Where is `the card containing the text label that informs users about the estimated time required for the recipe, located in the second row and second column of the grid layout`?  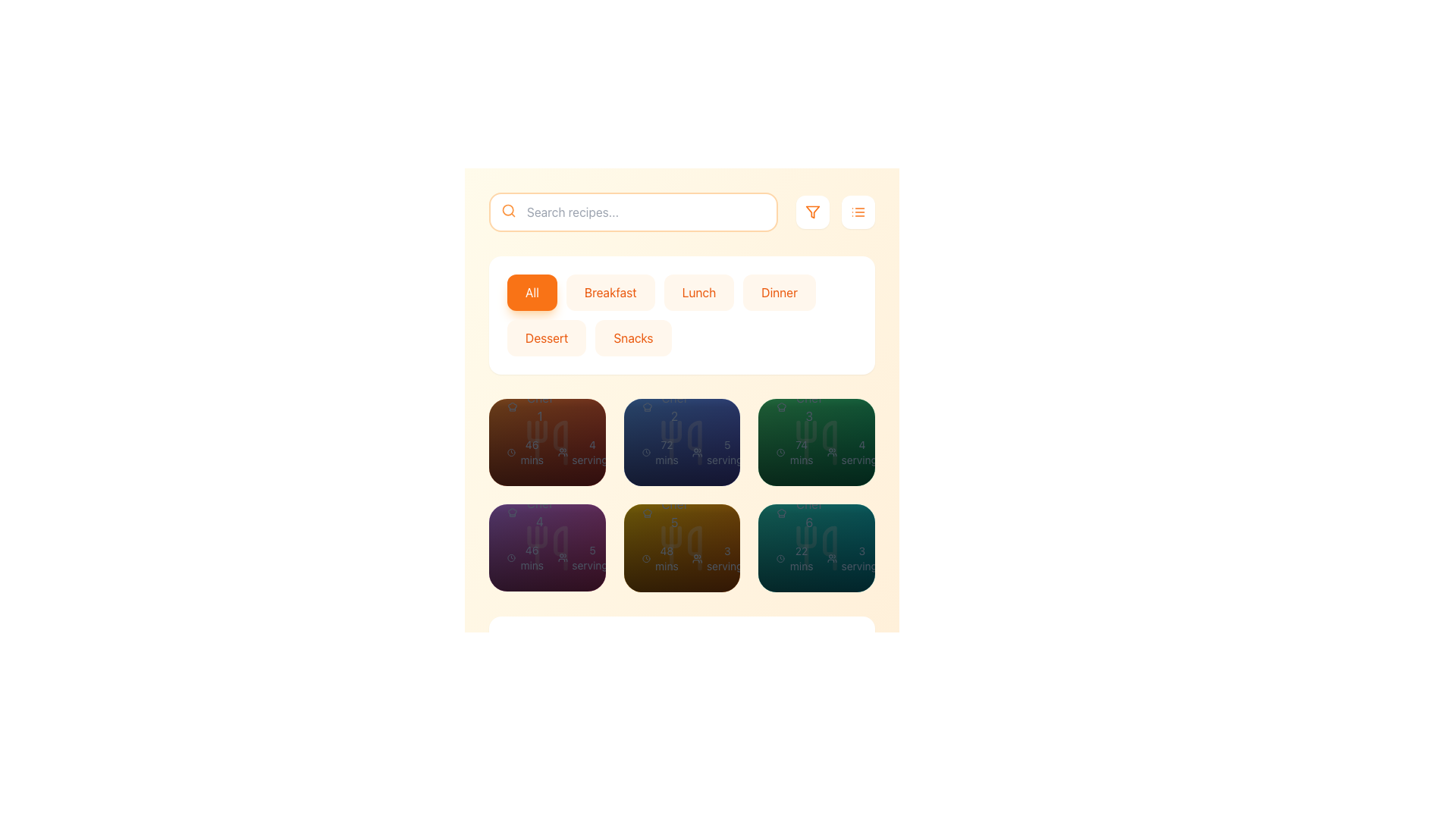
the card containing the text label that informs users about the estimated time required for the recipe, located in the second row and second column of the grid layout is located at coordinates (661, 452).